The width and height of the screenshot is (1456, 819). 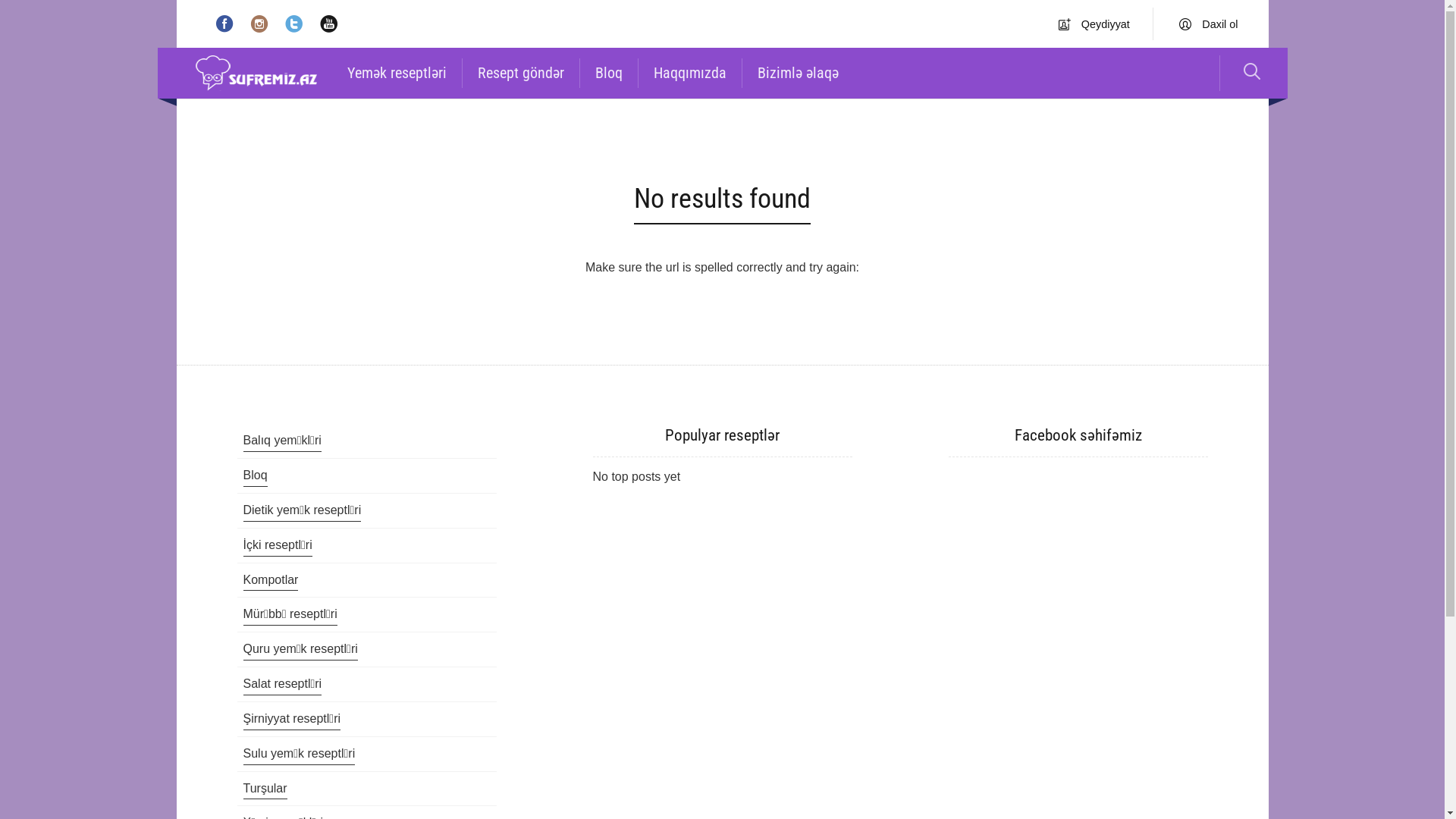 What do you see at coordinates (1094, 24) in the screenshot?
I see `'Qeydiyyat'` at bounding box center [1094, 24].